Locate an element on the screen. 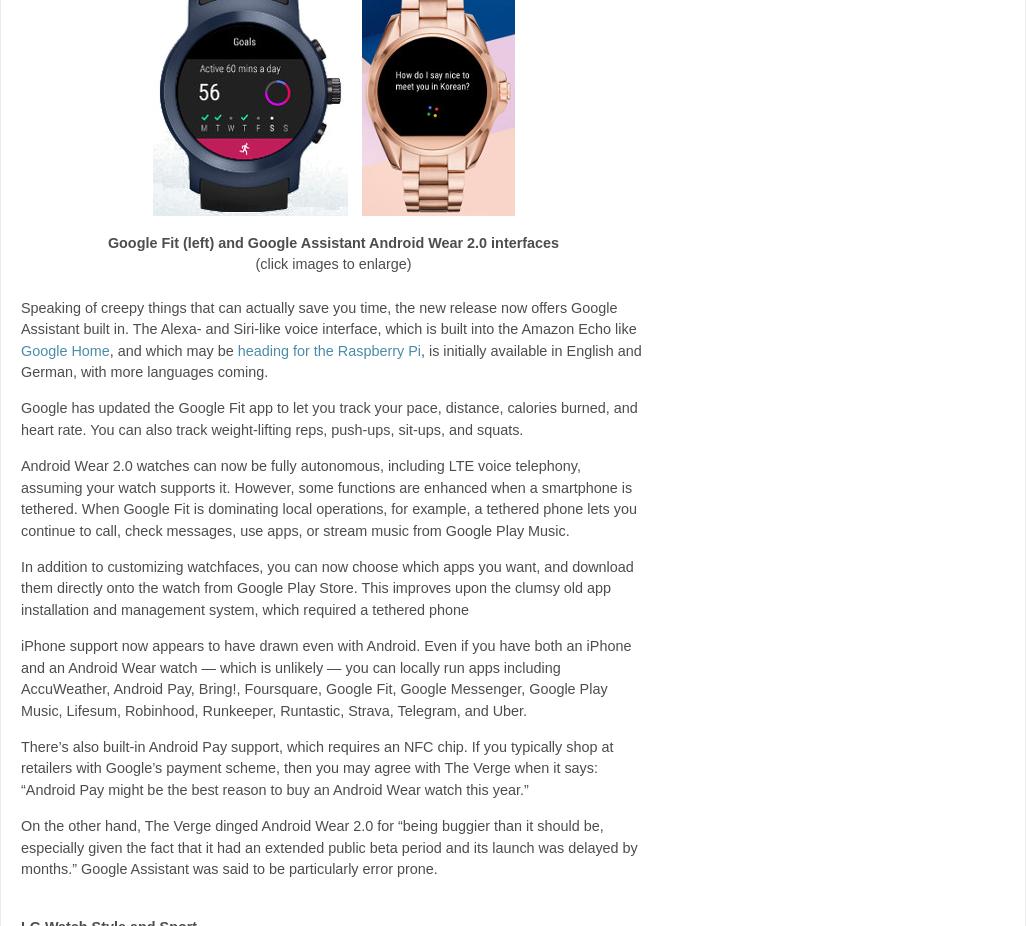 The width and height of the screenshot is (1026, 926). 'iPhone support now appears to have drawn even with Android. Even if you have both an iPhone and an Android Wear watch — which is unlikely — you can locally run apps including AccuWeather, Android Pay, Bring!, Foursquare, Google Fit, Google Messenger, Google Play Music, Lifesum, Robinhood, Runkeeper, Runtastic, Strava, Telegram, and Uber.' is located at coordinates (21, 676).